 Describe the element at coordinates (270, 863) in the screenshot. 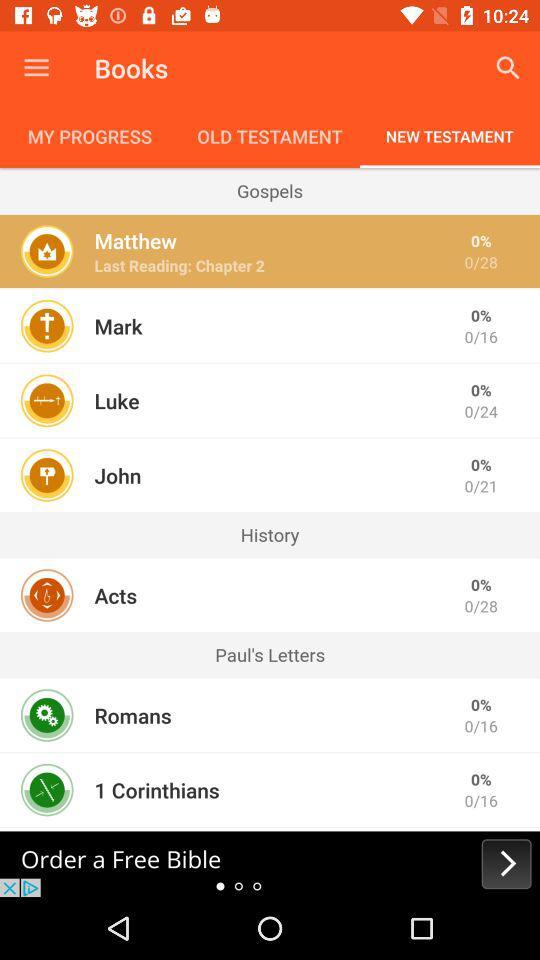

I see `bible` at that location.